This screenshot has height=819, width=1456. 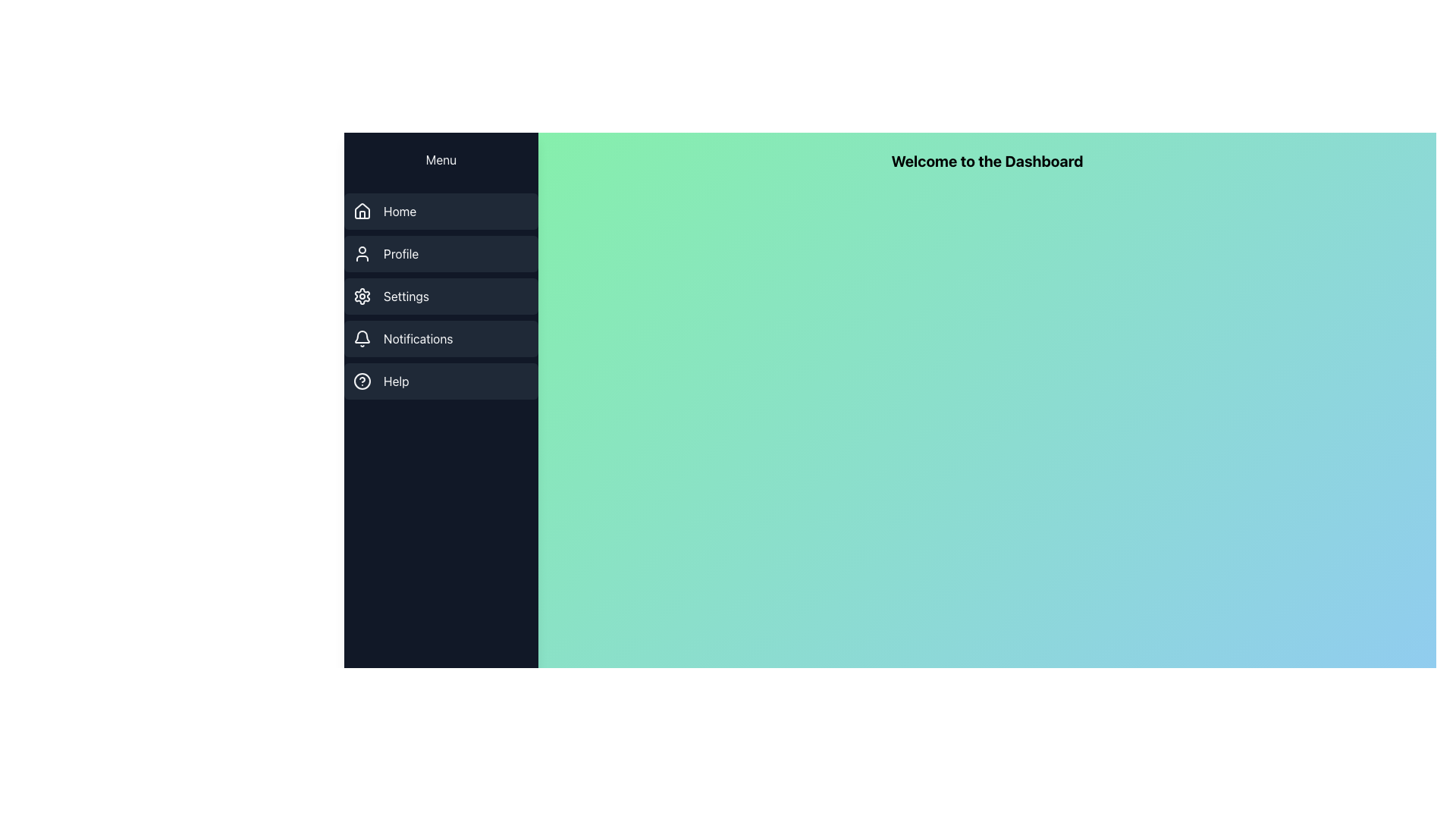 What do you see at coordinates (440, 211) in the screenshot?
I see `the 'Home' menu item located in the vertical menu panel on the left side of the application, which is the first item from the top` at bounding box center [440, 211].